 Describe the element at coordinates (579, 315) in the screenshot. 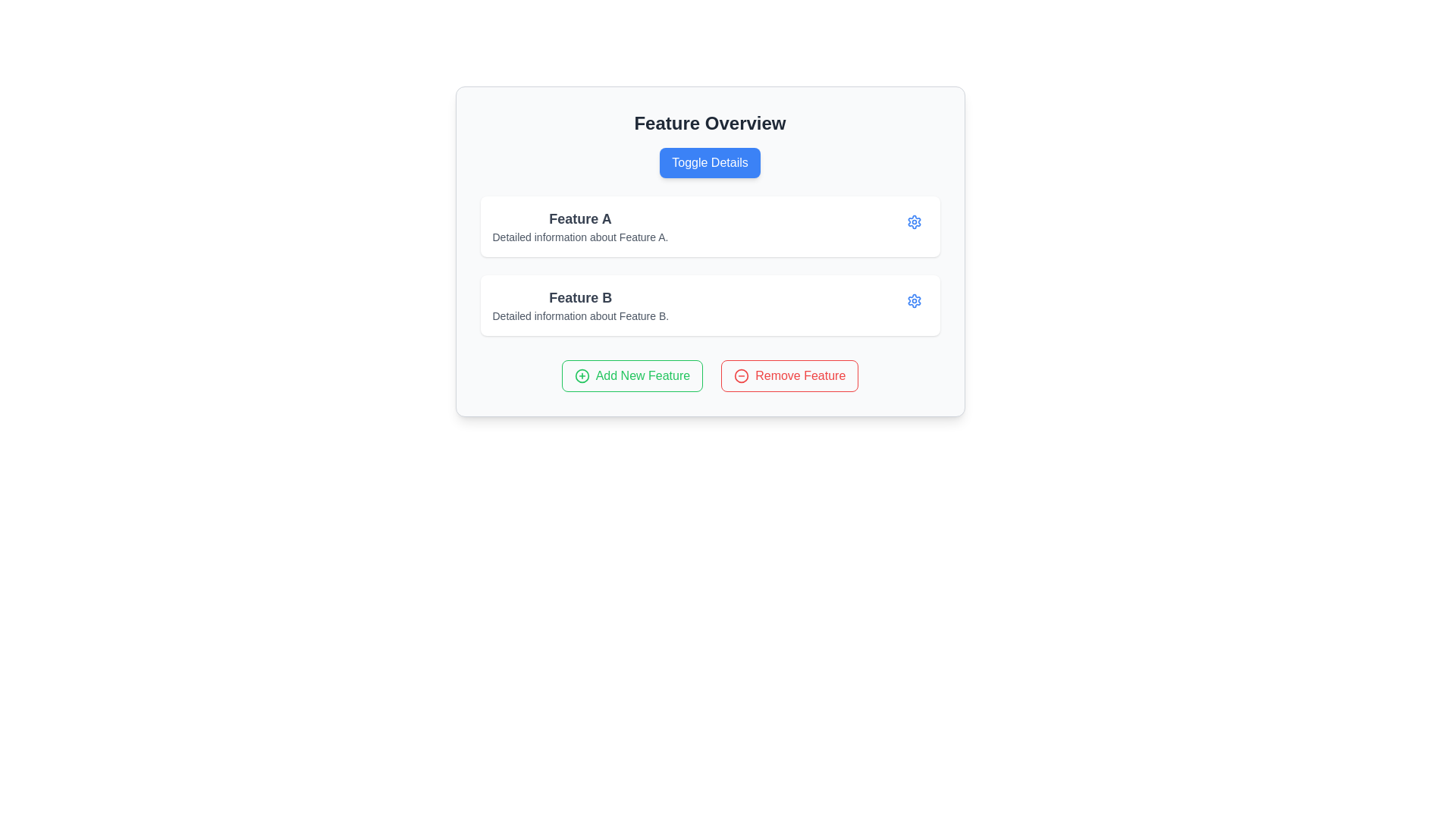

I see `static descriptive information about 'Feature B' located in the second position under the 'Feature Overview' section, specifically the second line of text directly below the title 'Feature B.'` at that location.